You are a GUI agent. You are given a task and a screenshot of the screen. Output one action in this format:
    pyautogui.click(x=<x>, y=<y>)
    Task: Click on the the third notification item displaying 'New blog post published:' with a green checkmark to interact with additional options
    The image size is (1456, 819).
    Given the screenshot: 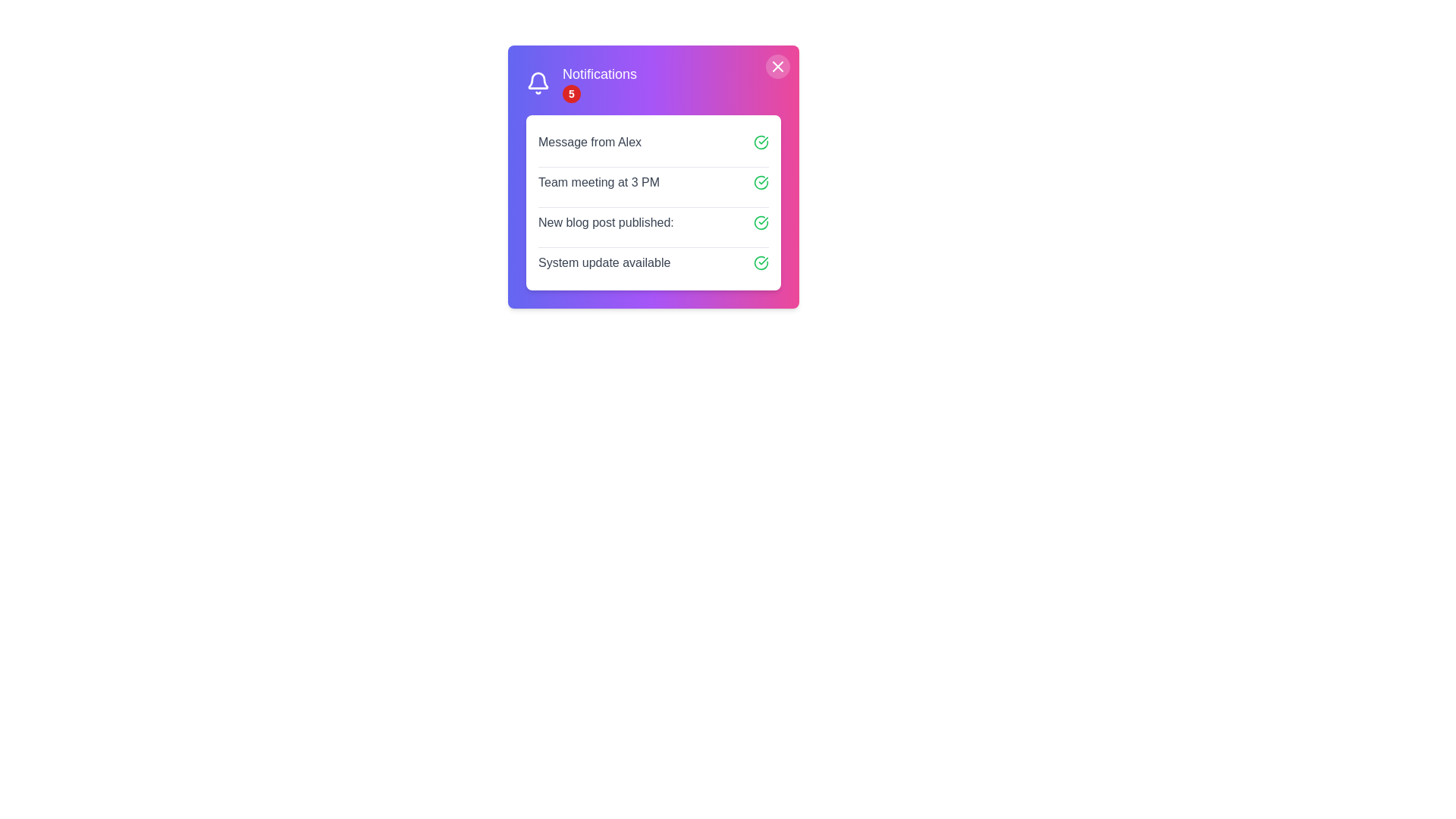 What is the action you would take?
    pyautogui.click(x=654, y=202)
    